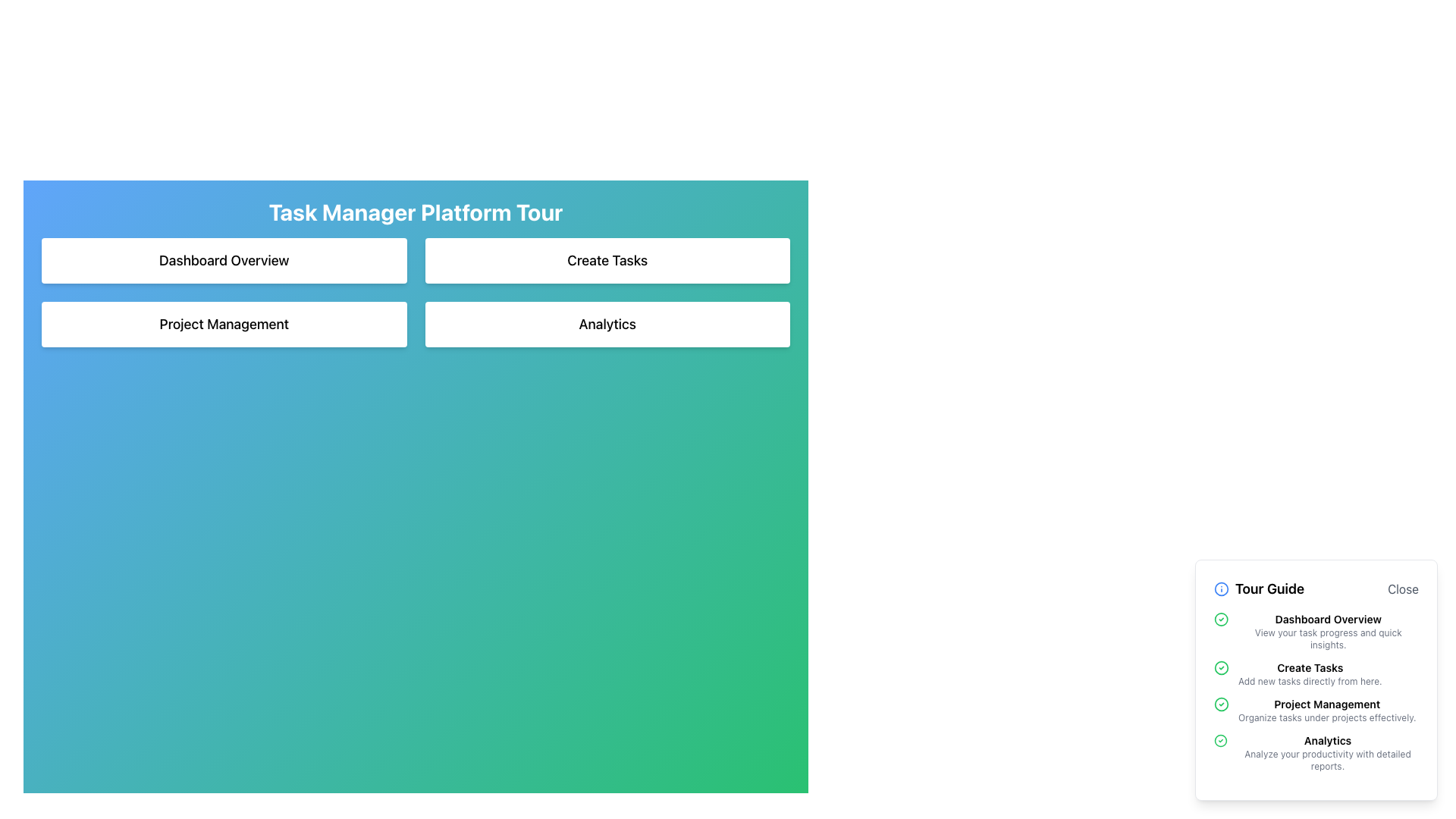 This screenshot has width=1456, height=819. What do you see at coordinates (1327, 739) in the screenshot?
I see `the header element labeled 'Analytics' that serves as a title representing a feature or section in the 'Tour Guide' panel` at bounding box center [1327, 739].